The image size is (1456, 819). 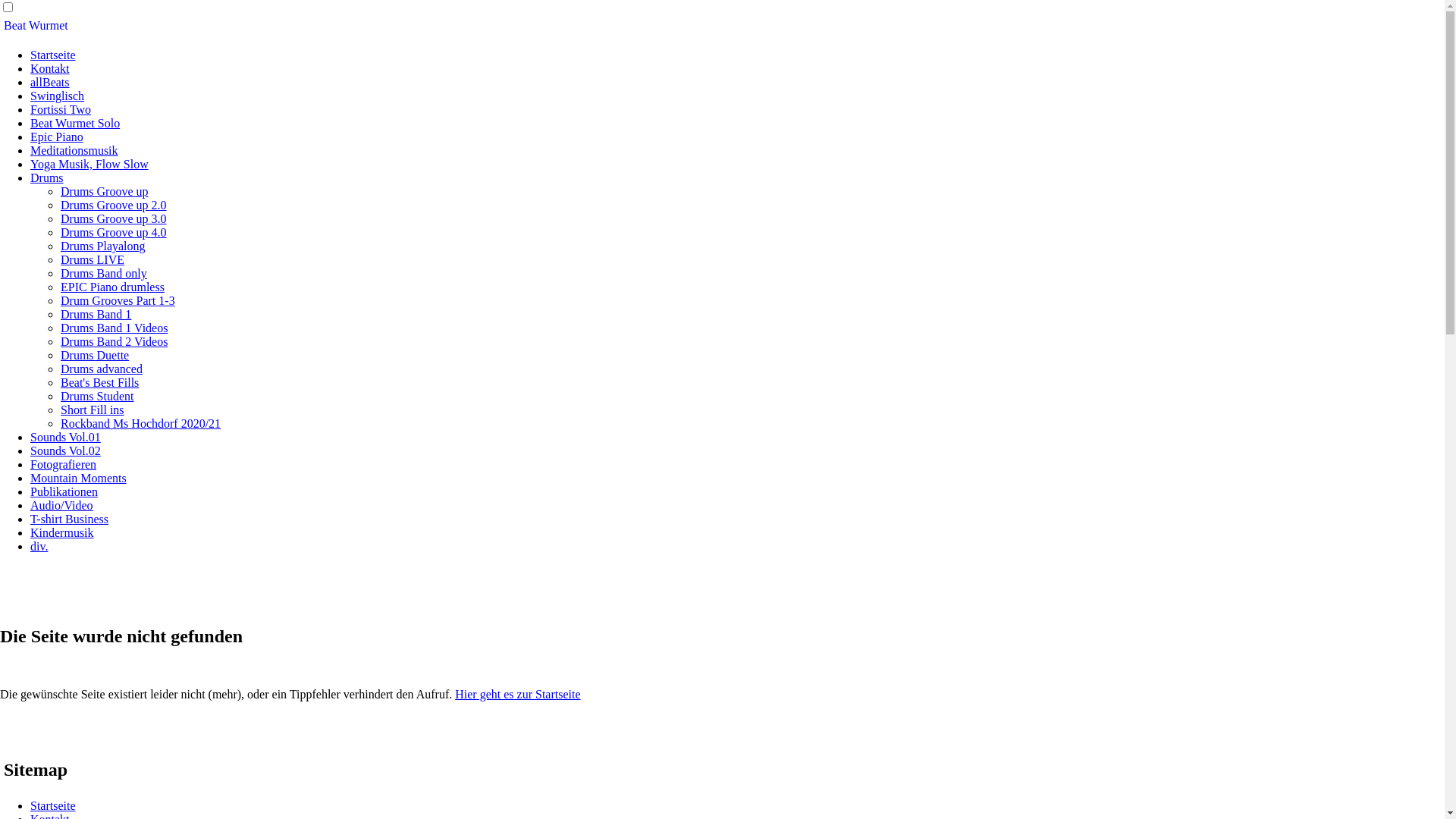 What do you see at coordinates (30, 96) in the screenshot?
I see `'Swinglisch'` at bounding box center [30, 96].